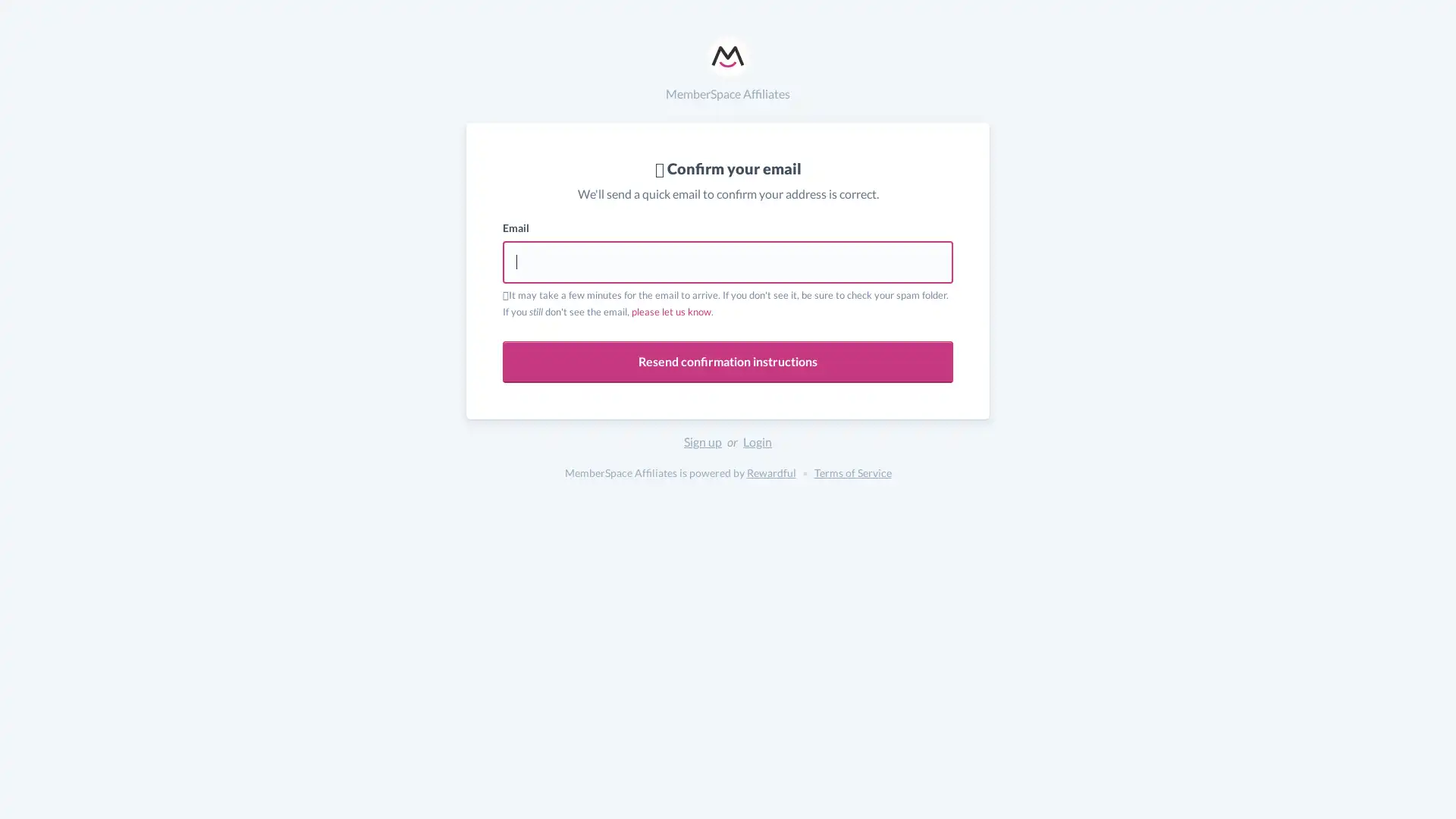 This screenshot has width=1456, height=819. What do you see at coordinates (728, 362) in the screenshot?
I see `Resend confirmation instructions` at bounding box center [728, 362].